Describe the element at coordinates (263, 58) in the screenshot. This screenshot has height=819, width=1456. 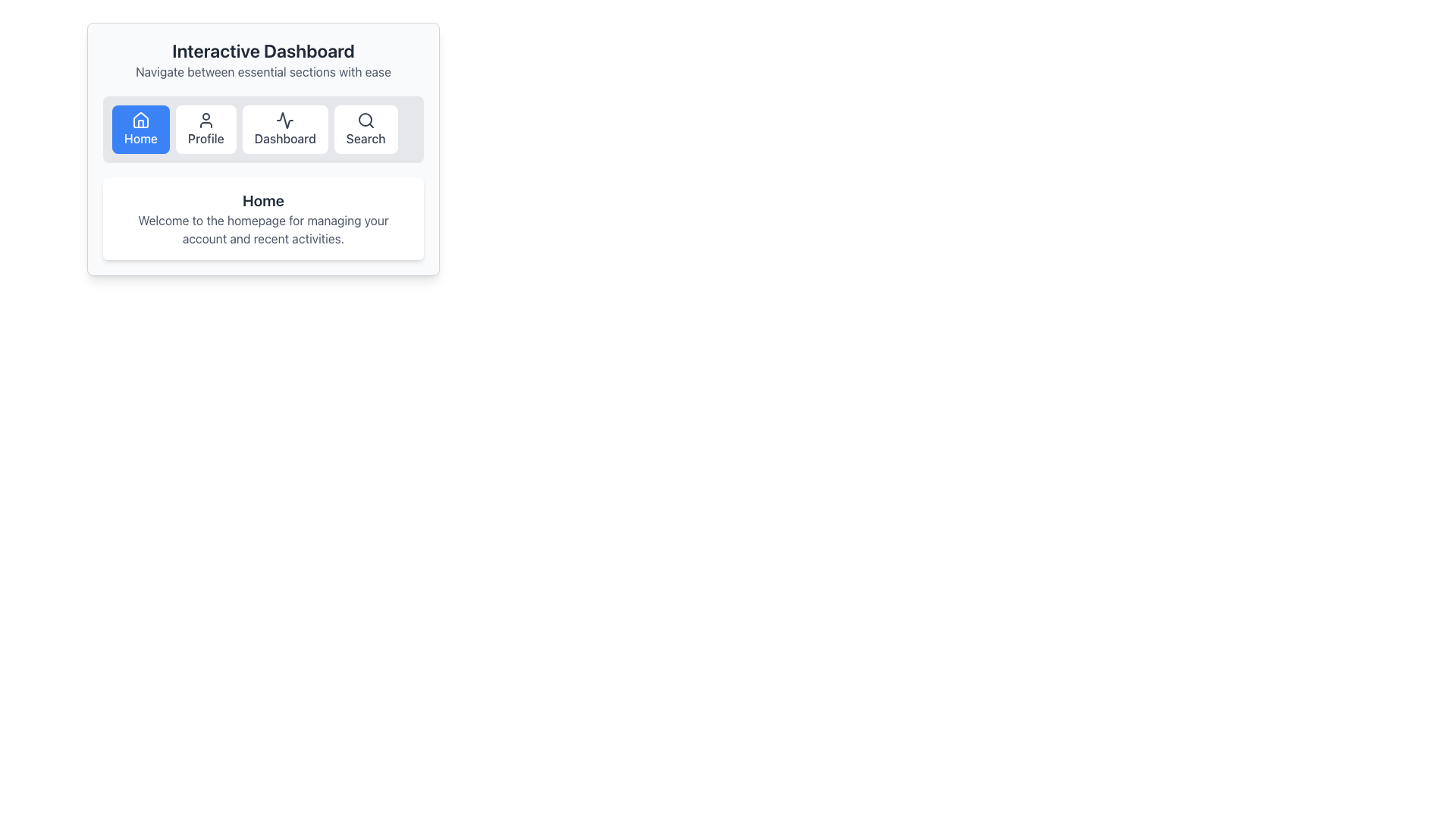
I see `the header text block located at the top of the card, which provides an introduction or context to the card's content` at that location.